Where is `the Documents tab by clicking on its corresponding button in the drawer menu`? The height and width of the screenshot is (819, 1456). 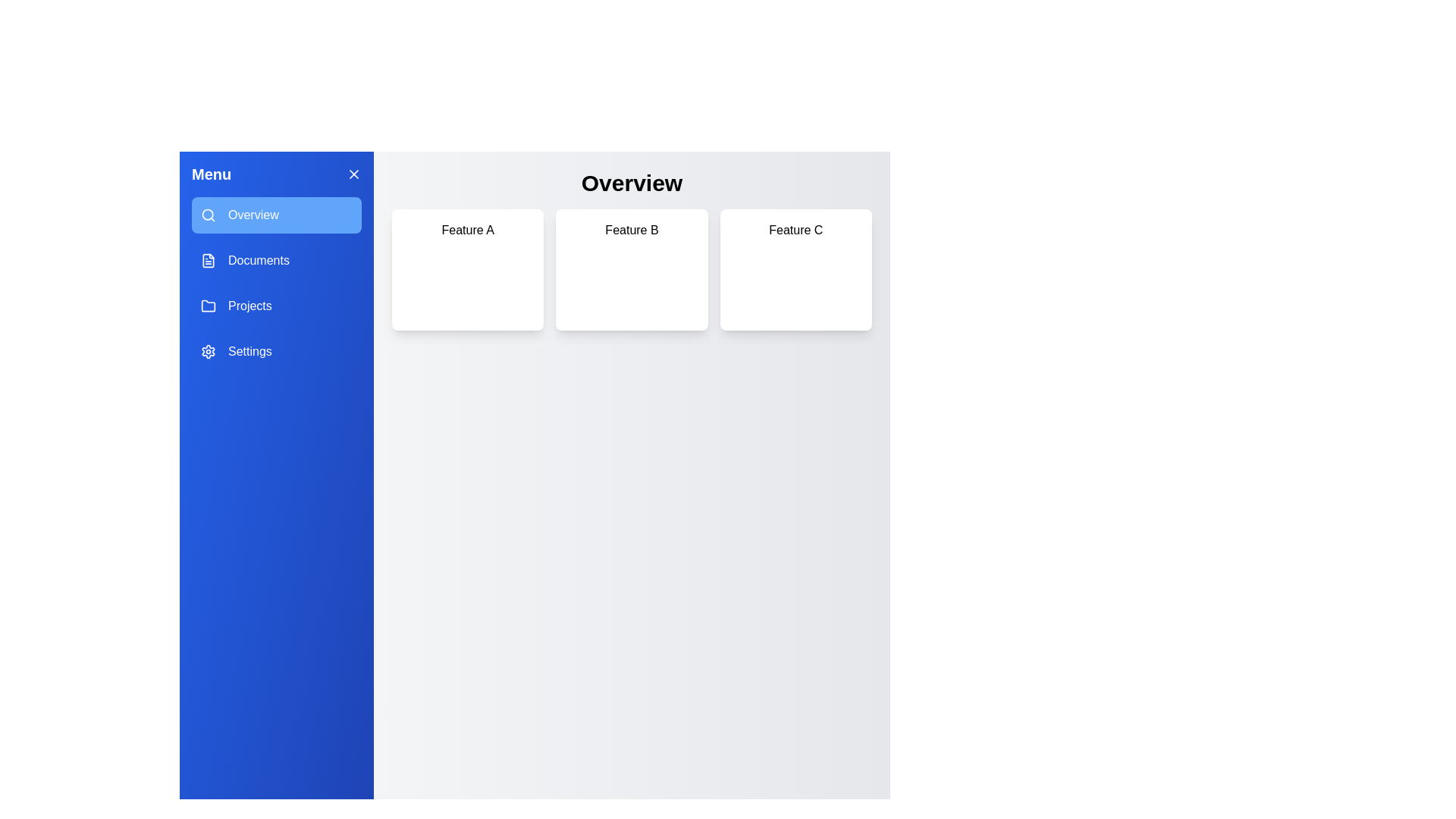
the Documents tab by clicking on its corresponding button in the drawer menu is located at coordinates (276, 259).